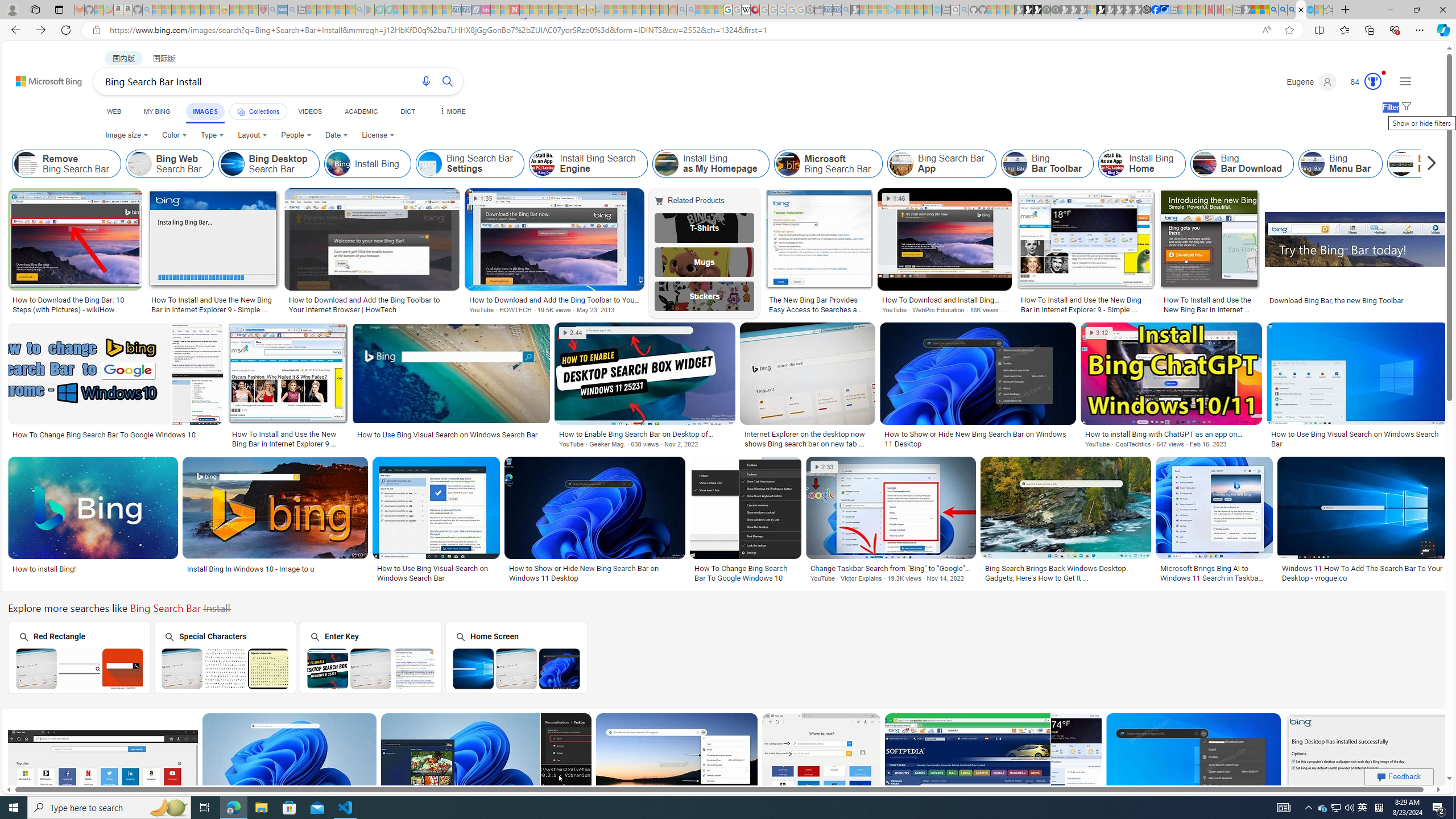 The width and height of the screenshot is (1456, 819). Describe the element at coordinates (407, 111) in the screenshot. I see `'DICT'` at that location.